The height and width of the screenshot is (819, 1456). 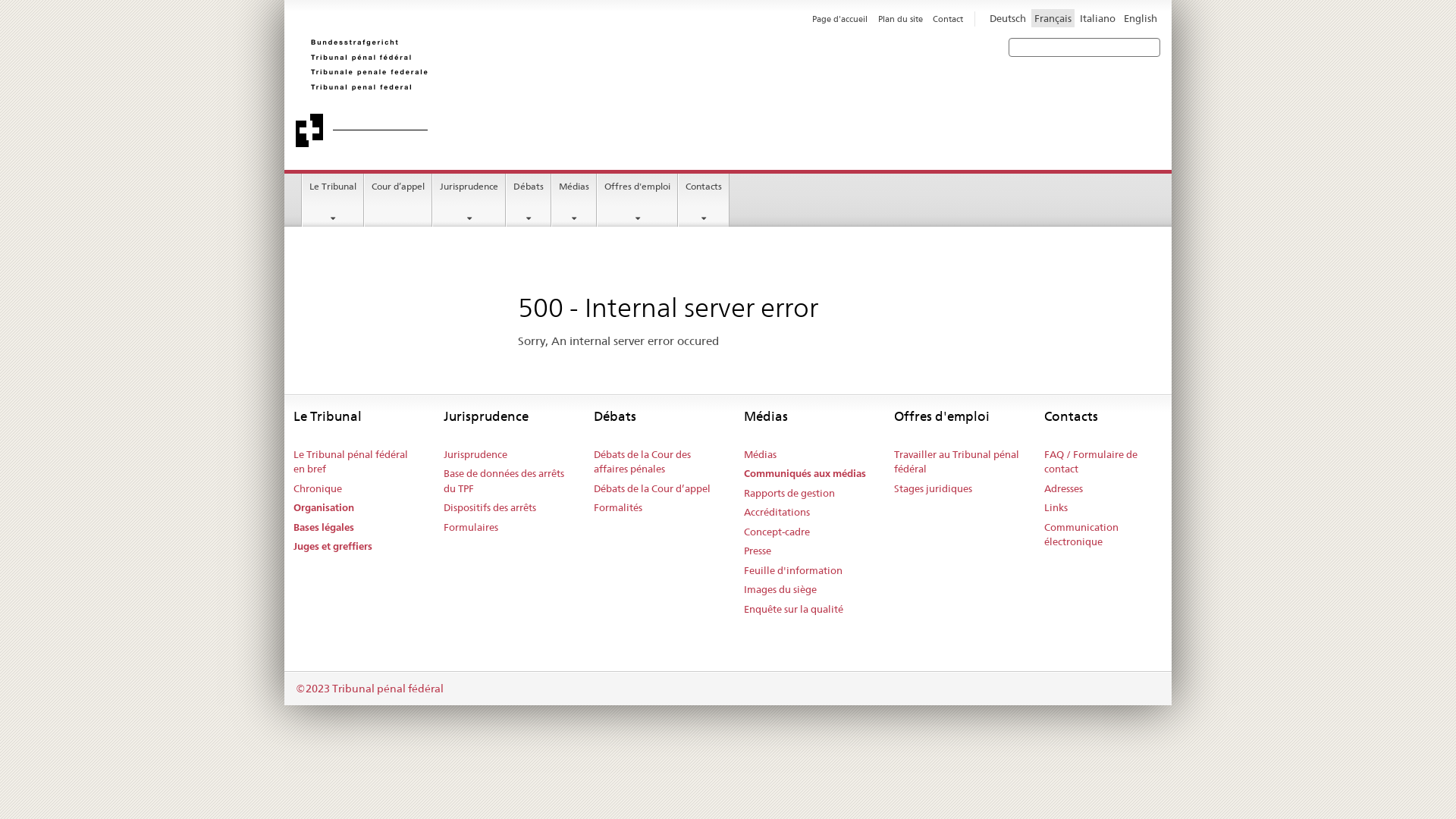 What do you see at coordinates (331, 547) in the screenshot?
I see `'Juges et greffiers'` at bounding box center [331, 547].